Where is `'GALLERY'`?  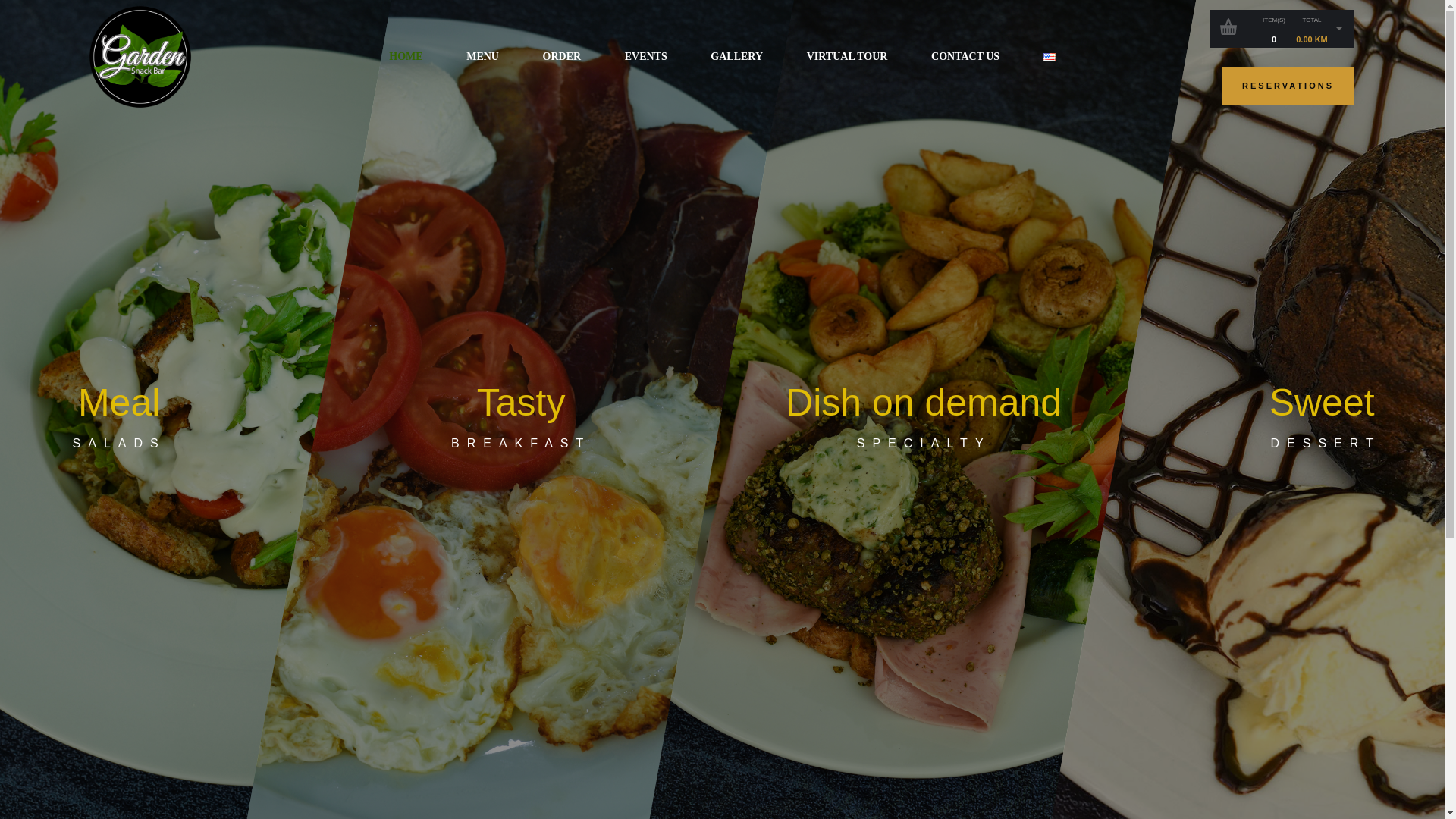
'GALLERY' is located at coordinates (736, 55).